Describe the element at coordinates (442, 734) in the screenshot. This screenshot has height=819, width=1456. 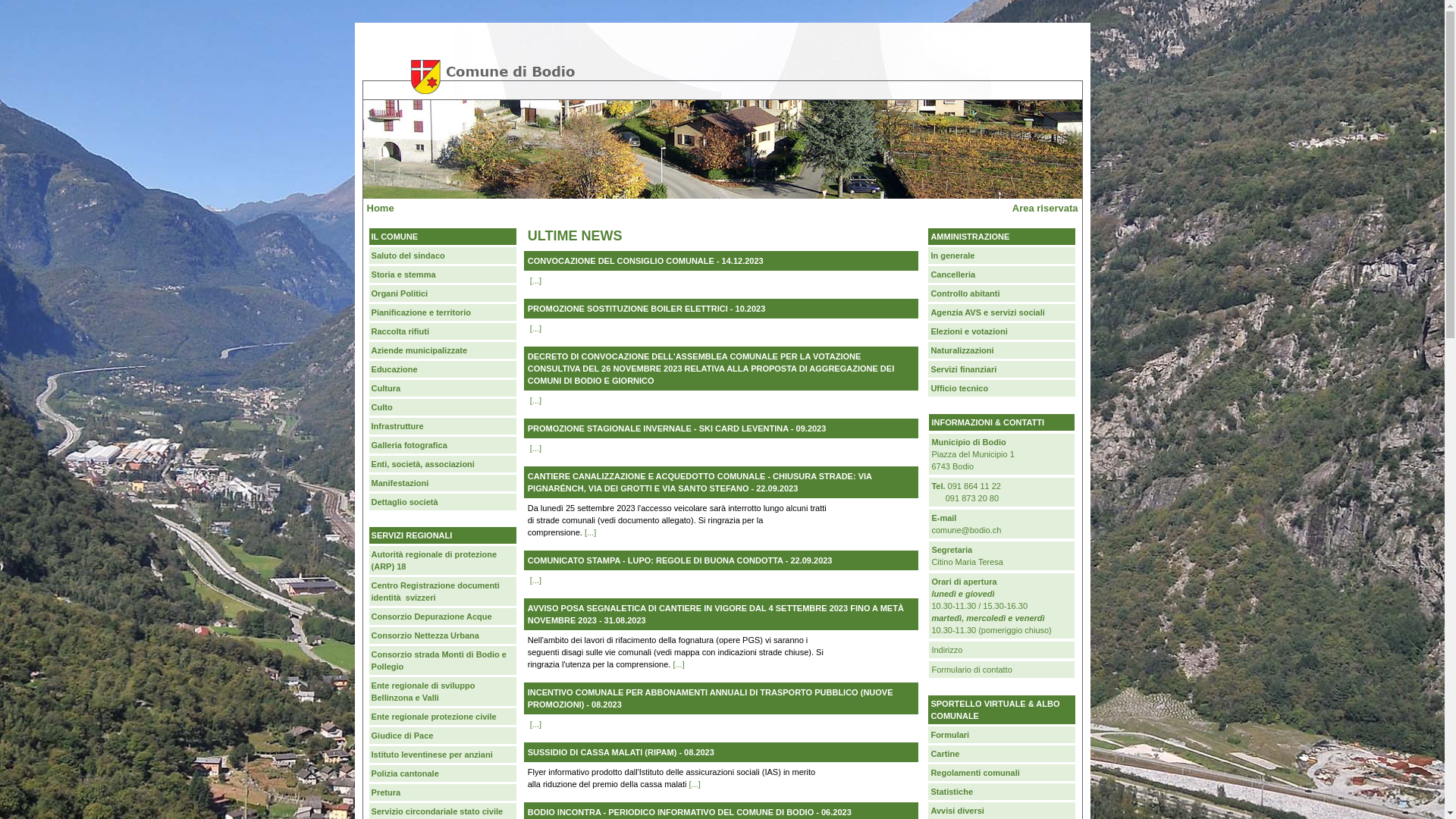
I see `'Giudice di Pace'` at that location.